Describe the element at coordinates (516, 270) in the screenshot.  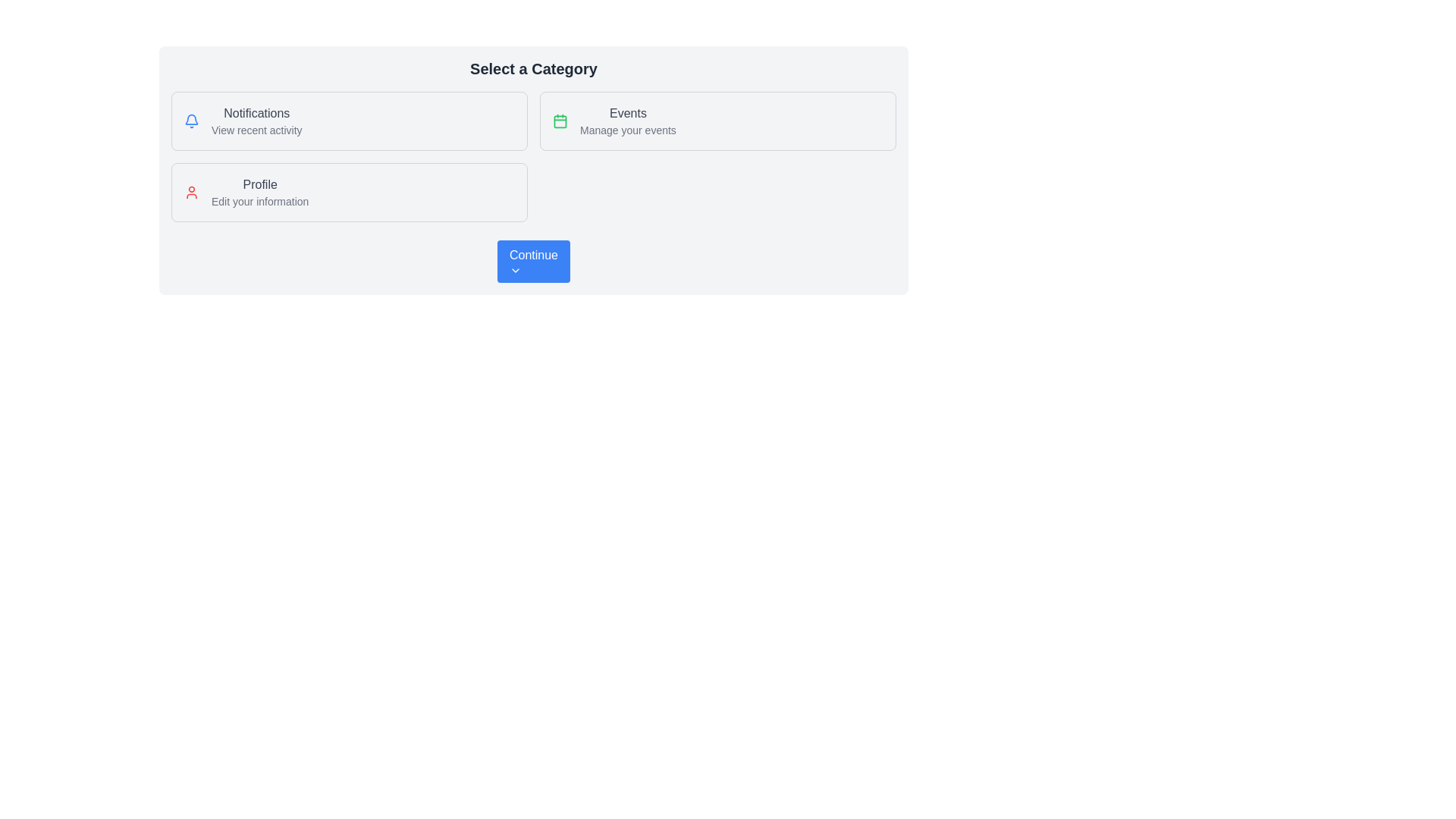
I see `the function of the Chevron-Down icon located on the right side of the 'Continue' button at the bottom of the card layout` at that location.